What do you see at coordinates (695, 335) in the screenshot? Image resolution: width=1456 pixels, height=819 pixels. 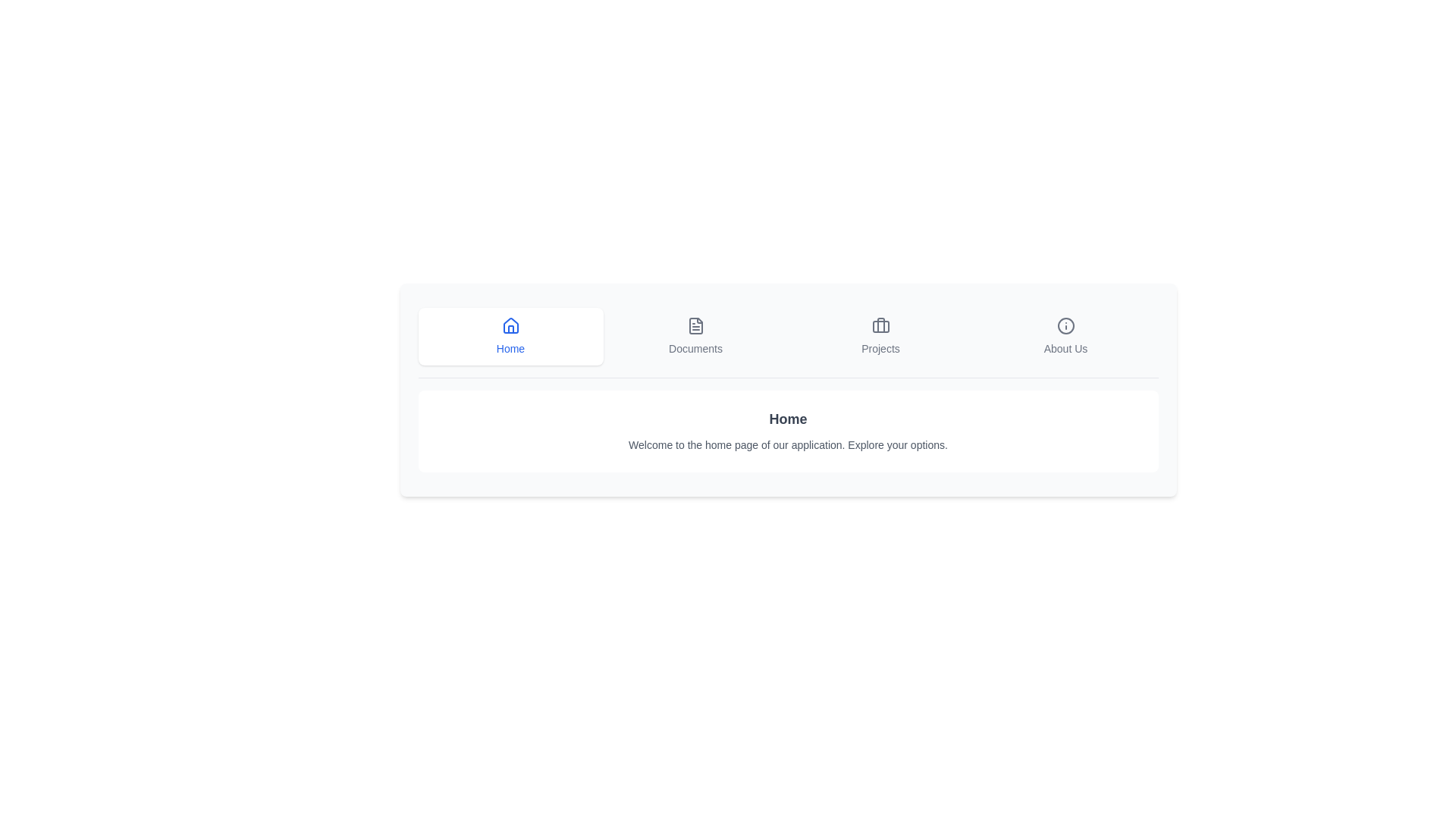 I see `the tab labeled Documents to observe the hover effect` at bounding box center [695, 335].